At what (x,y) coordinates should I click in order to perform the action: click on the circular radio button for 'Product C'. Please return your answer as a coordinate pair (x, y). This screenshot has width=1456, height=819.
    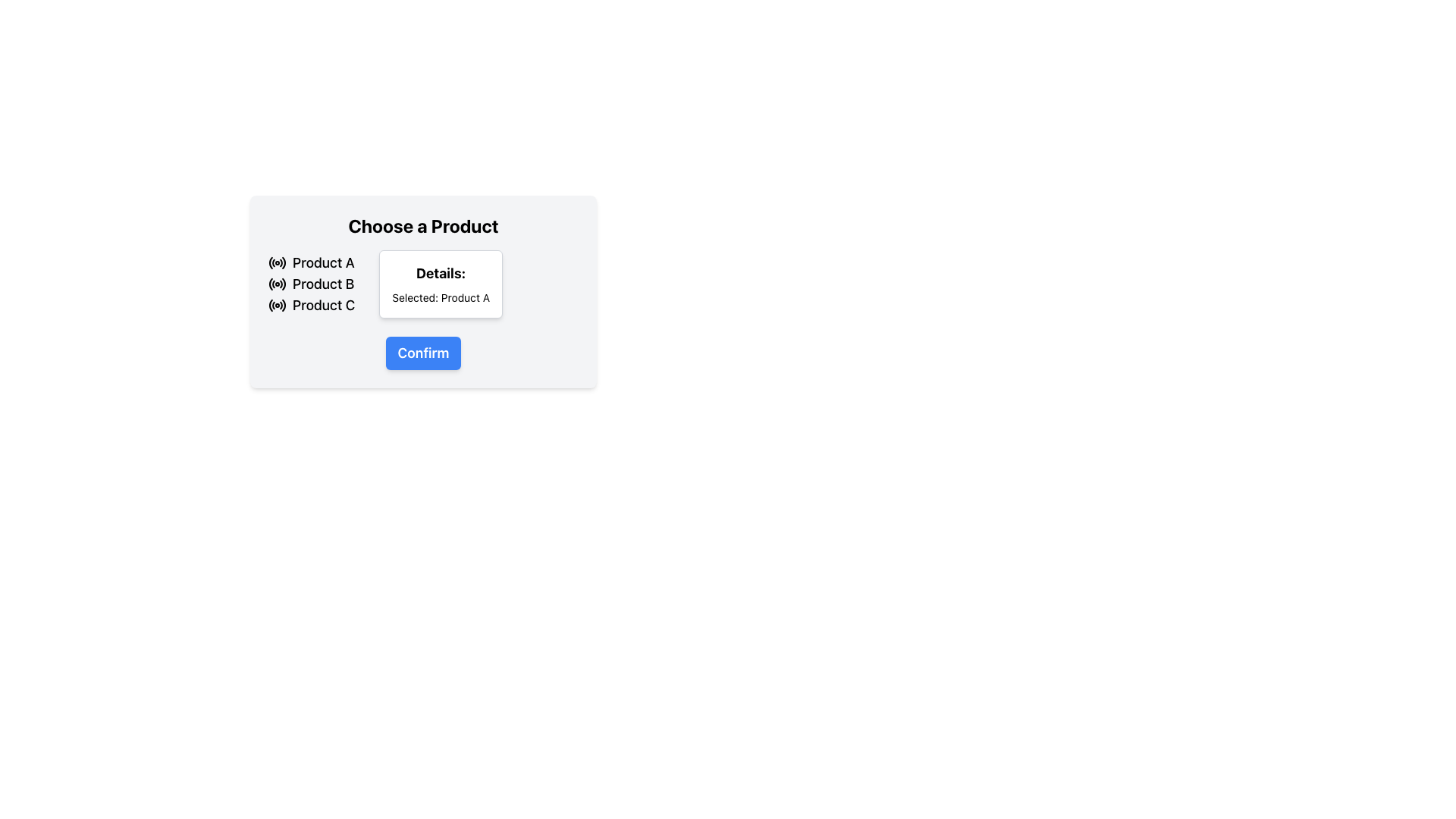
    Looking at the image, I should click on (277, 305).